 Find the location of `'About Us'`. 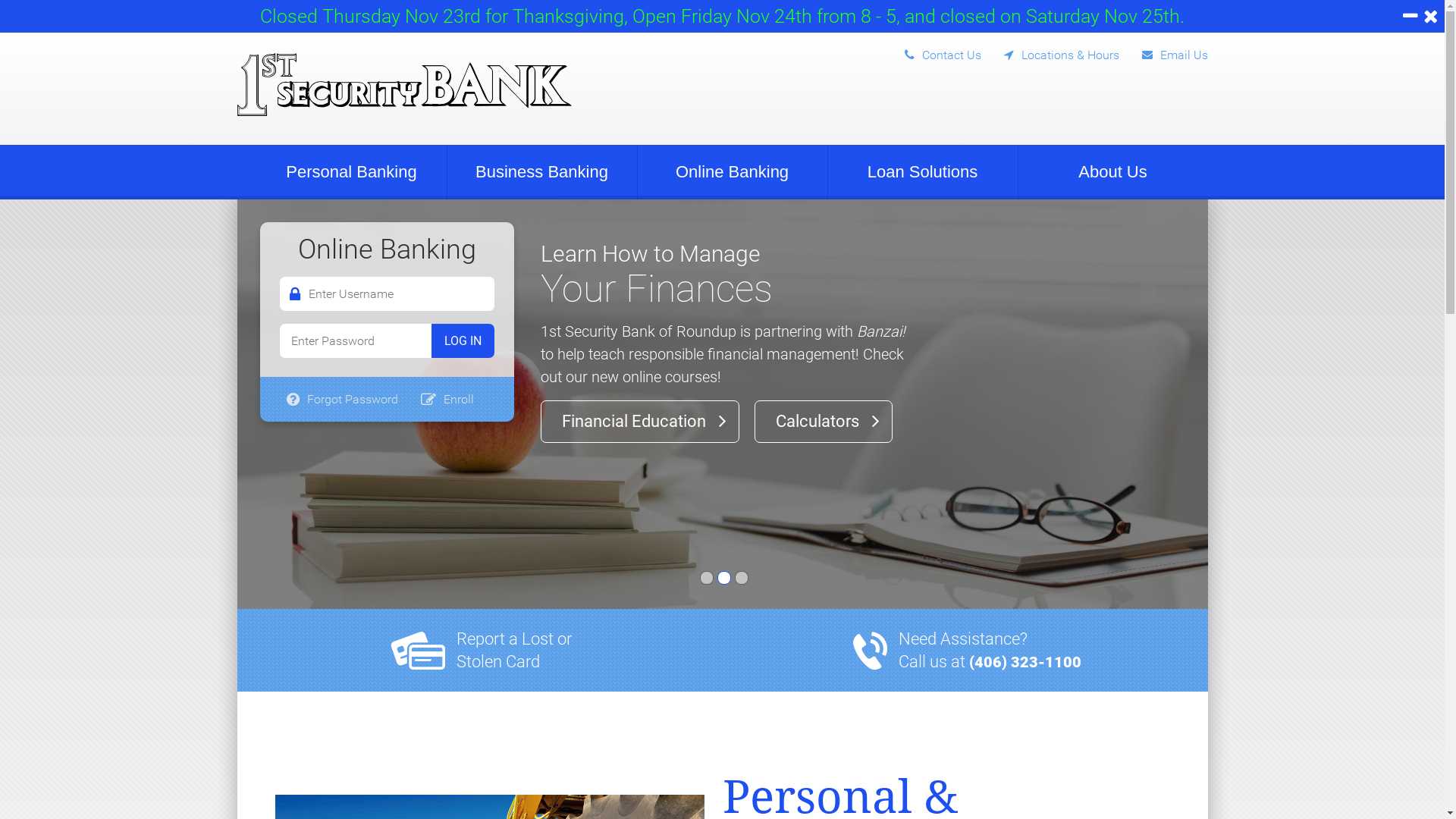

'About Us' is located at coordinates (1112, 171).